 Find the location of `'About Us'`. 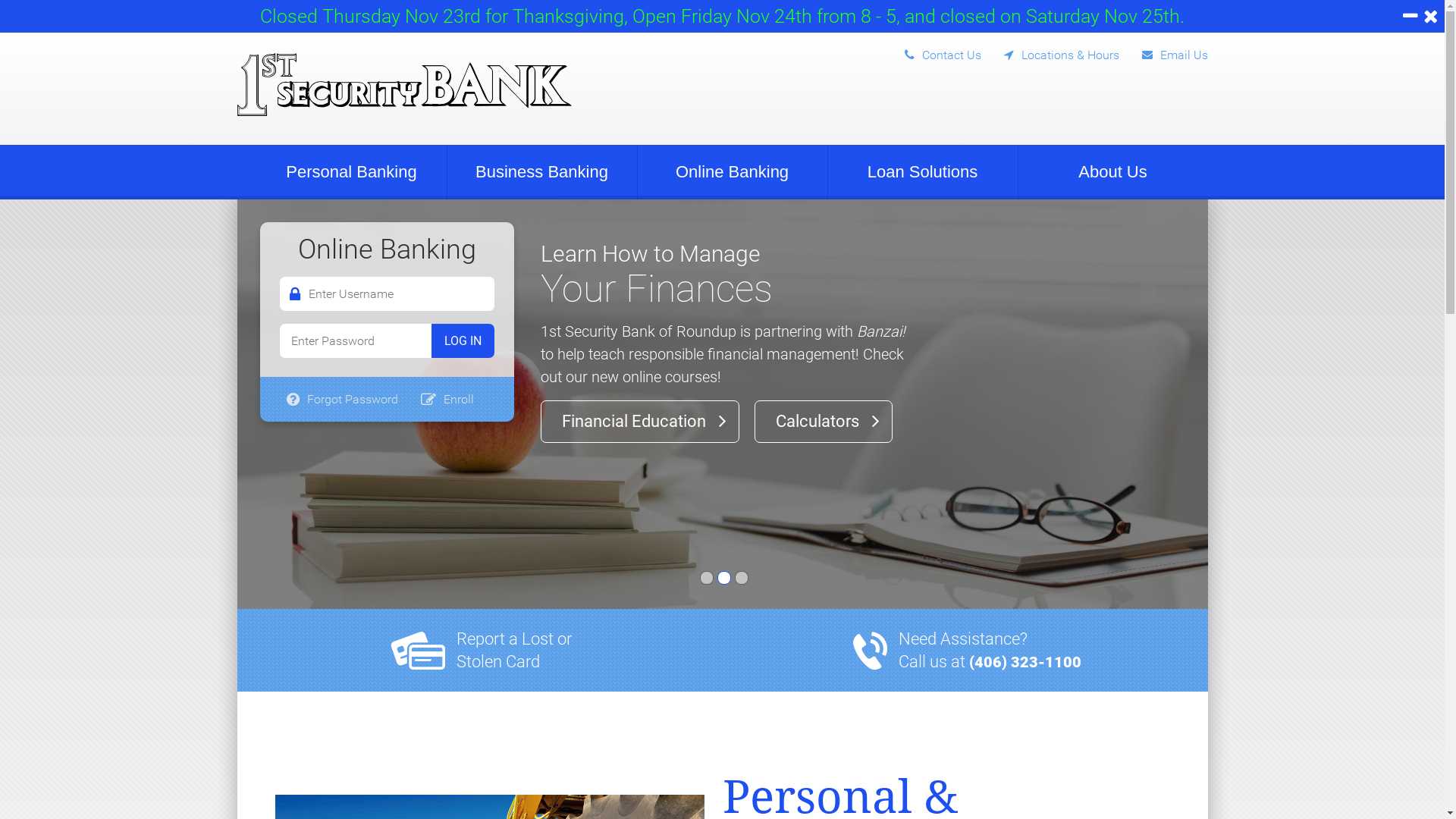

'About Us' is located at coordinates (1112, 171).